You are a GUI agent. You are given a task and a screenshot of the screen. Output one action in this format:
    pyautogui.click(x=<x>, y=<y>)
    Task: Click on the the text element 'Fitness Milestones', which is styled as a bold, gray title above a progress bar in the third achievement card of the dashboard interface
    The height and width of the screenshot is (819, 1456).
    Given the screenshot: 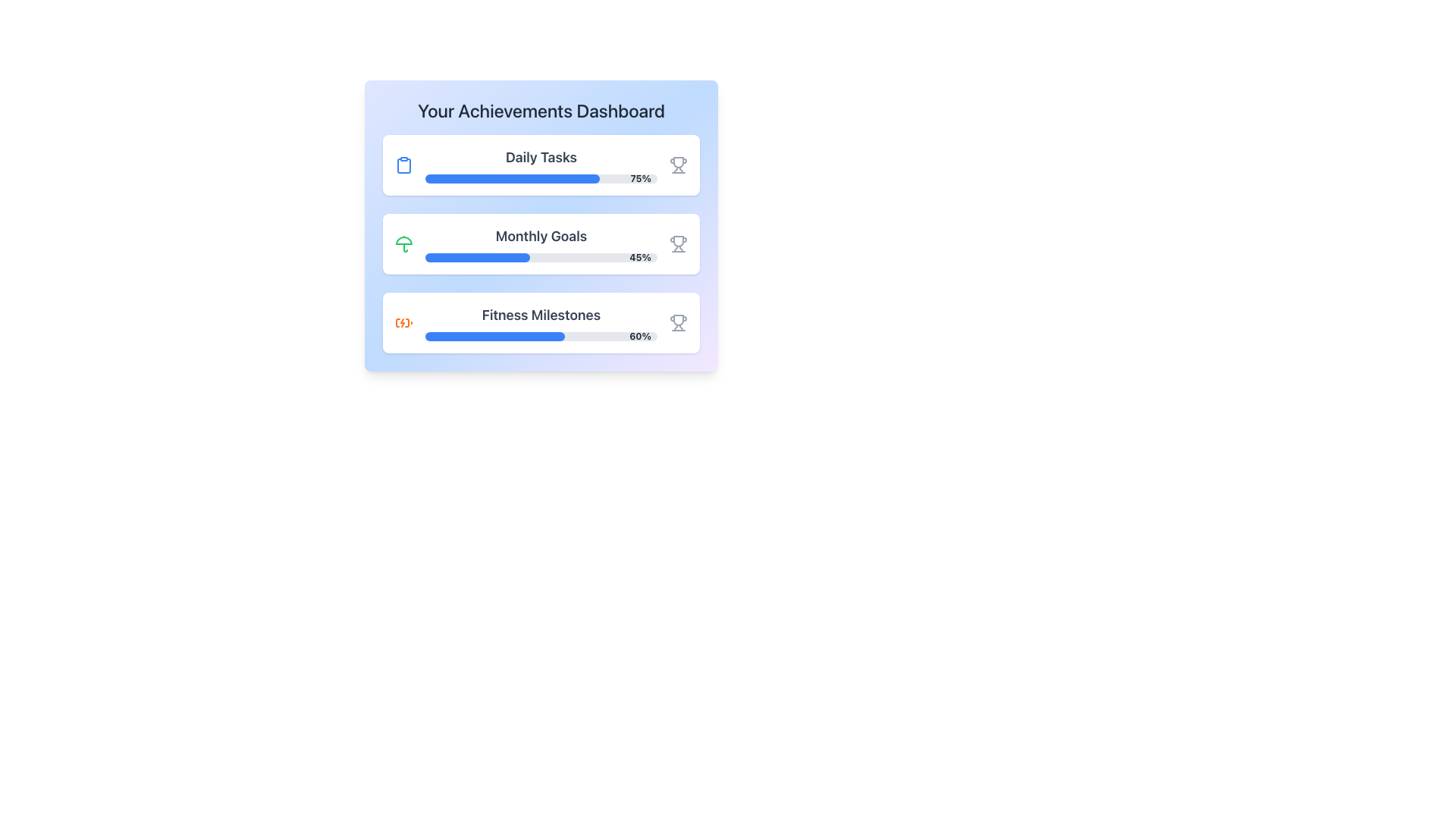 What is the action you would take?
    pyautogui.click(x=541, y=315)
    